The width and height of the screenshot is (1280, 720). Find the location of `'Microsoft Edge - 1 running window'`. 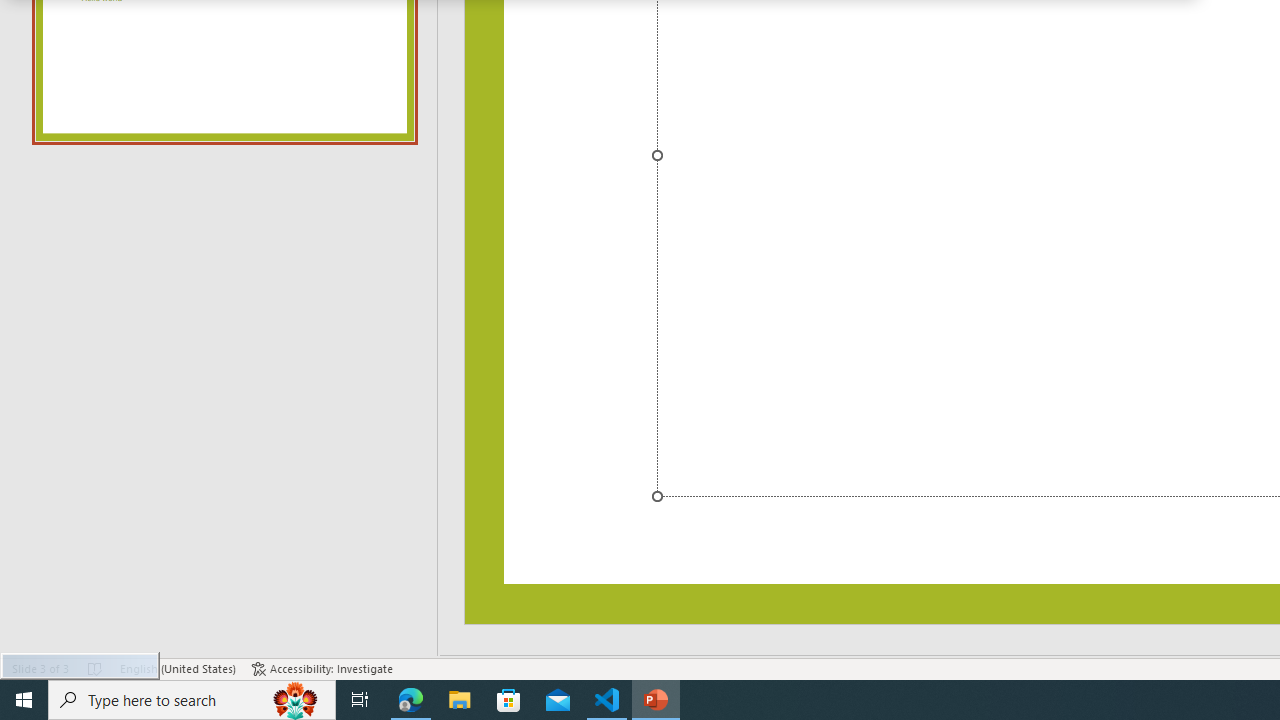

'Microsoft Edge - 1 running window' is located at coordinates (410, 698).